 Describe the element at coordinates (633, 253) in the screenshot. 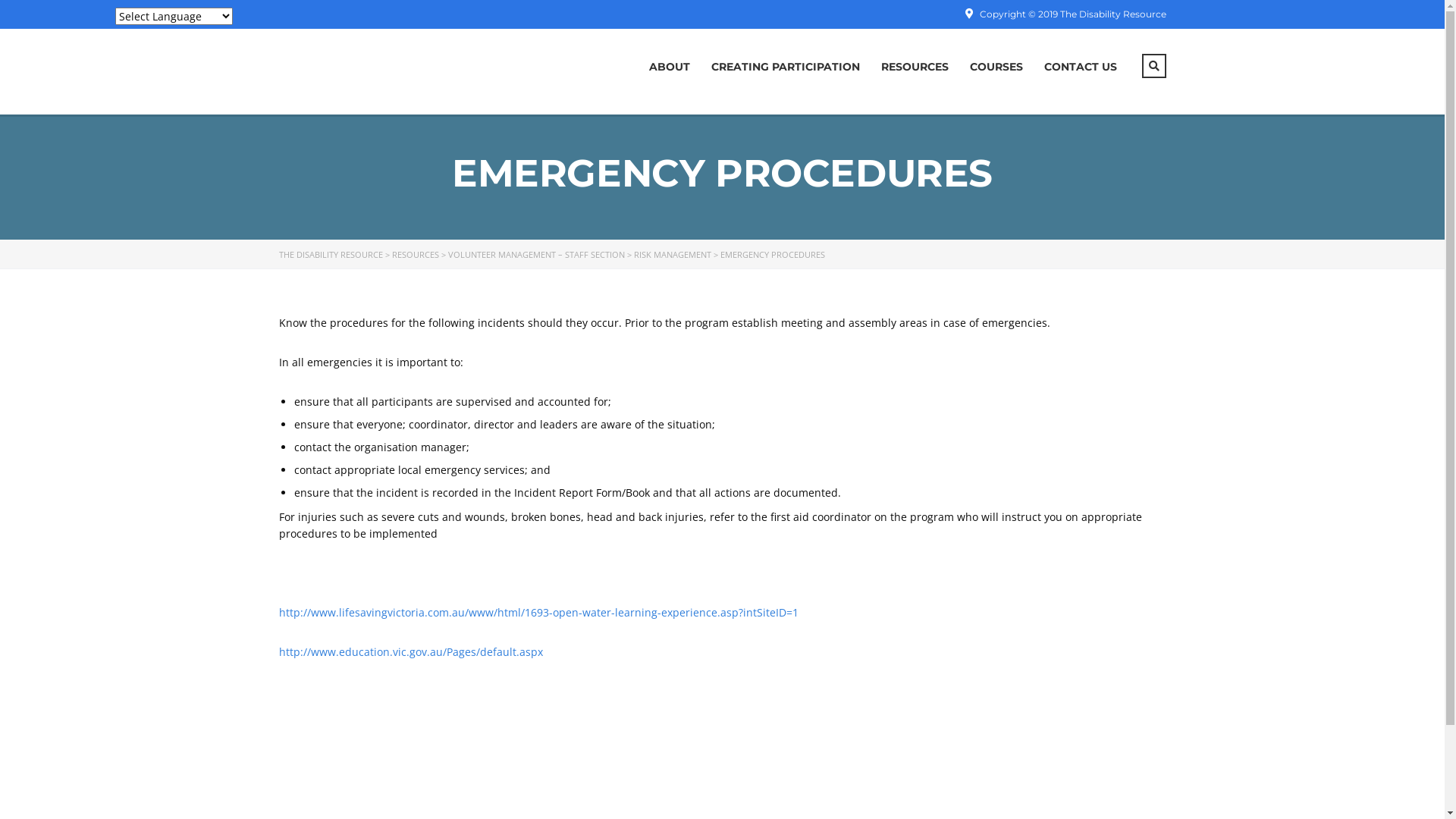

I see `'RISK MANAGEMENT'` at that location.